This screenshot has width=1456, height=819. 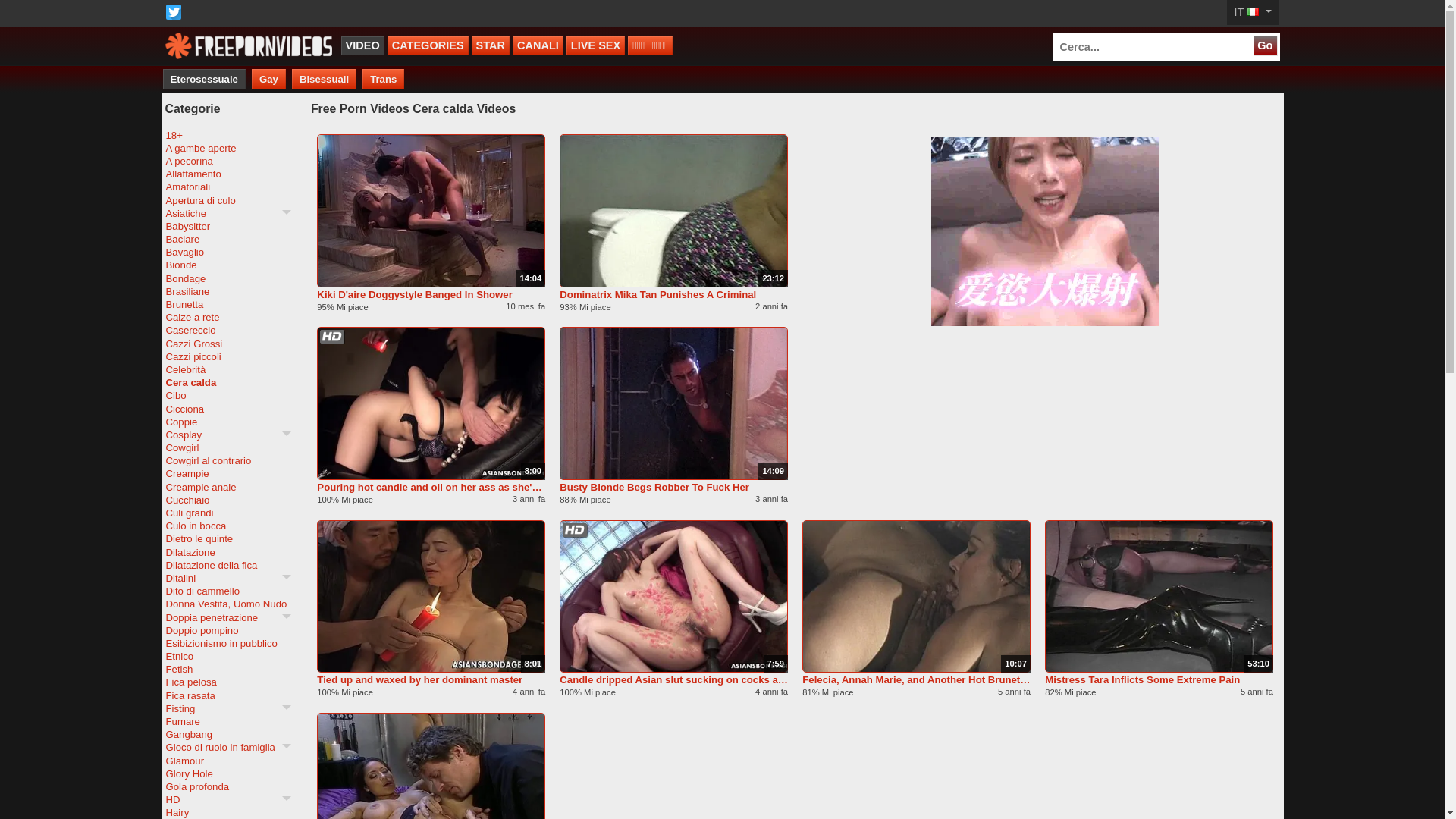 What do you see at coordinates (227, 251) in the screenshot?
I see `'Bavaglio'` at bounding box center [227, 251].